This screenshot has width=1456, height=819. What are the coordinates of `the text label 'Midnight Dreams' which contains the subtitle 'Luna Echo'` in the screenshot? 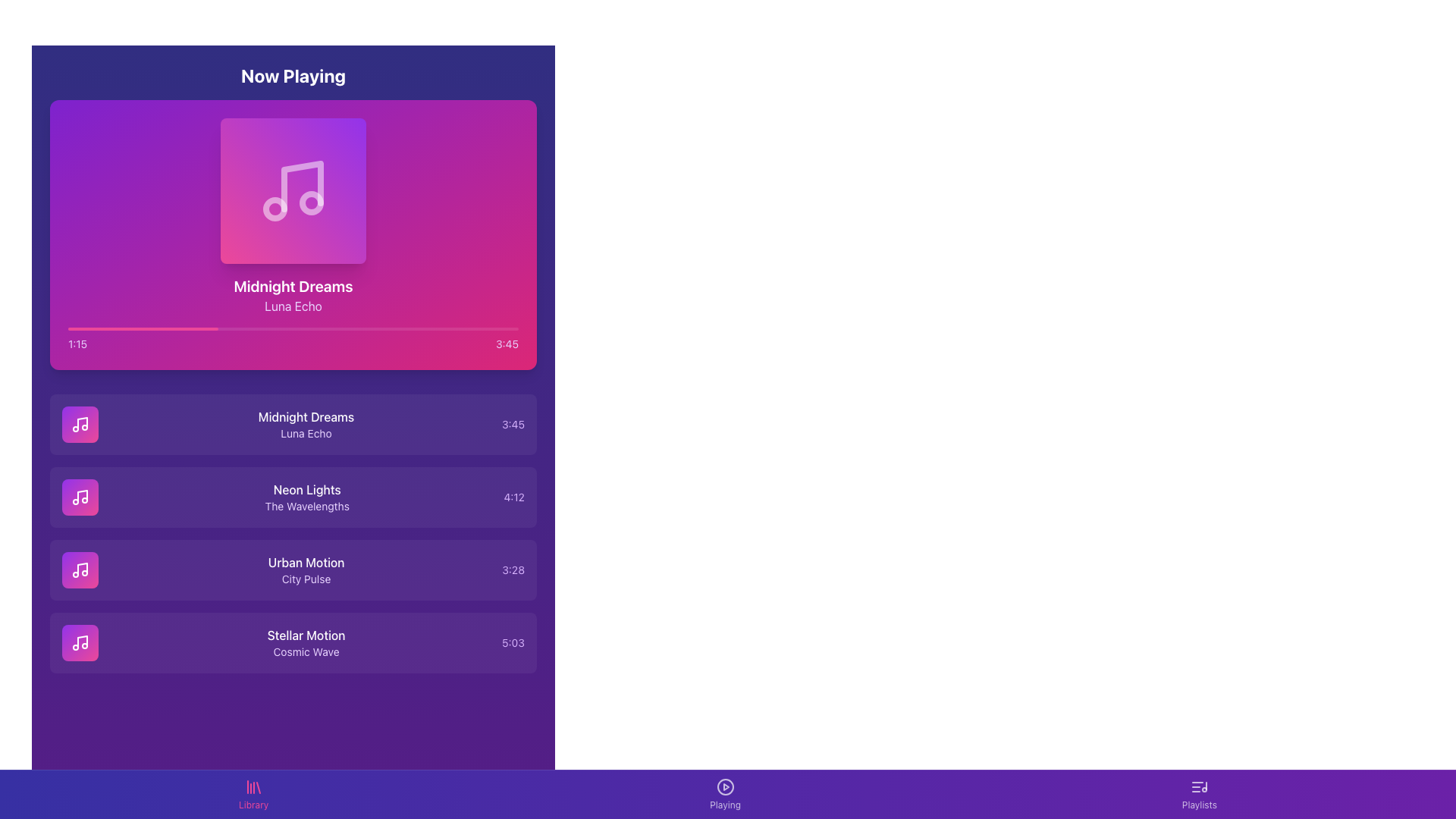 It's located at (305, 424).